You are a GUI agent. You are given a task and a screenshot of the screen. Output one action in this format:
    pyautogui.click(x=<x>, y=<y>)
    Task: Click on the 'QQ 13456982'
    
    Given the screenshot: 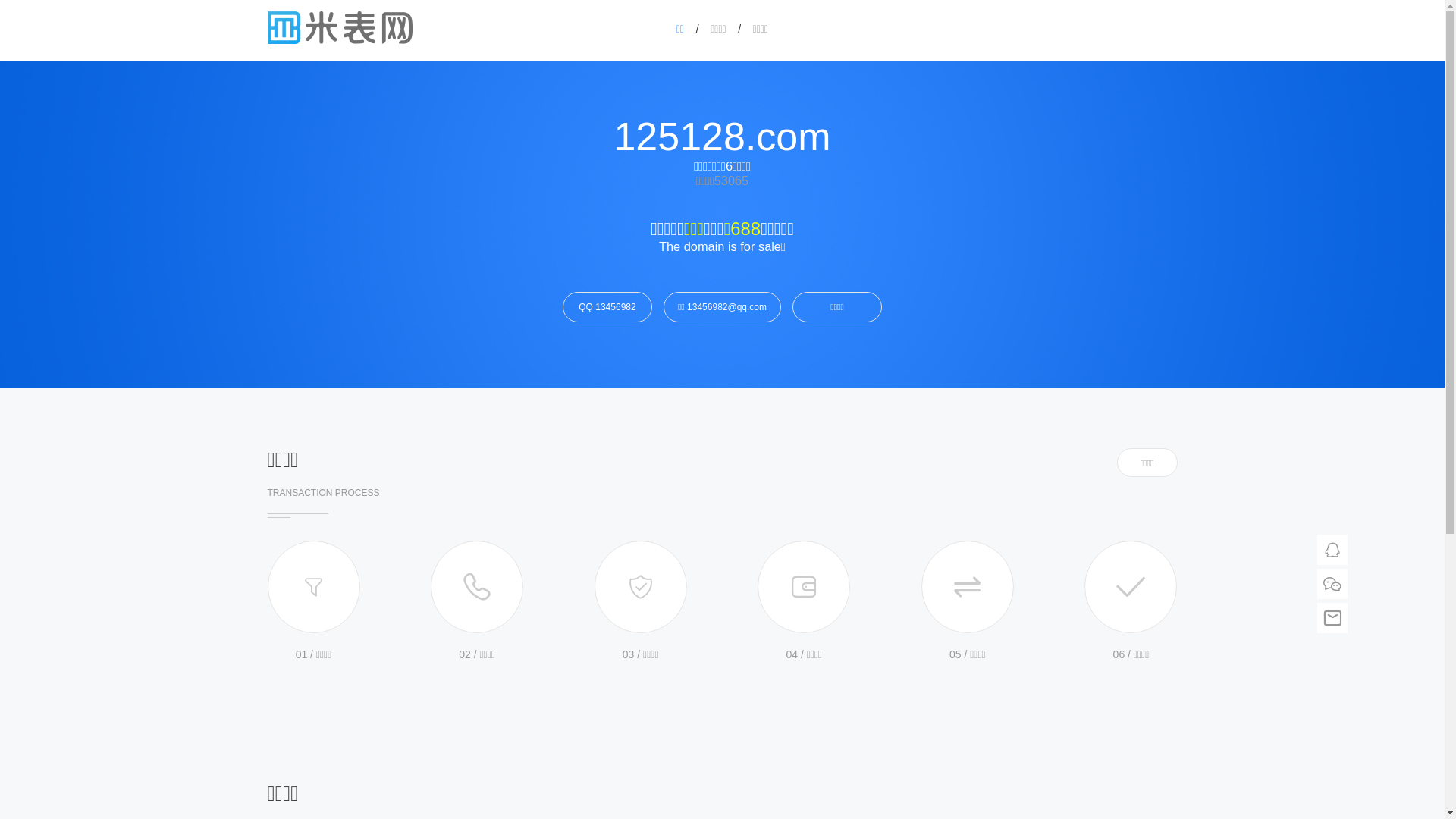 What is the action you would take?
    pyautogui.click(x=607, y=307)
    